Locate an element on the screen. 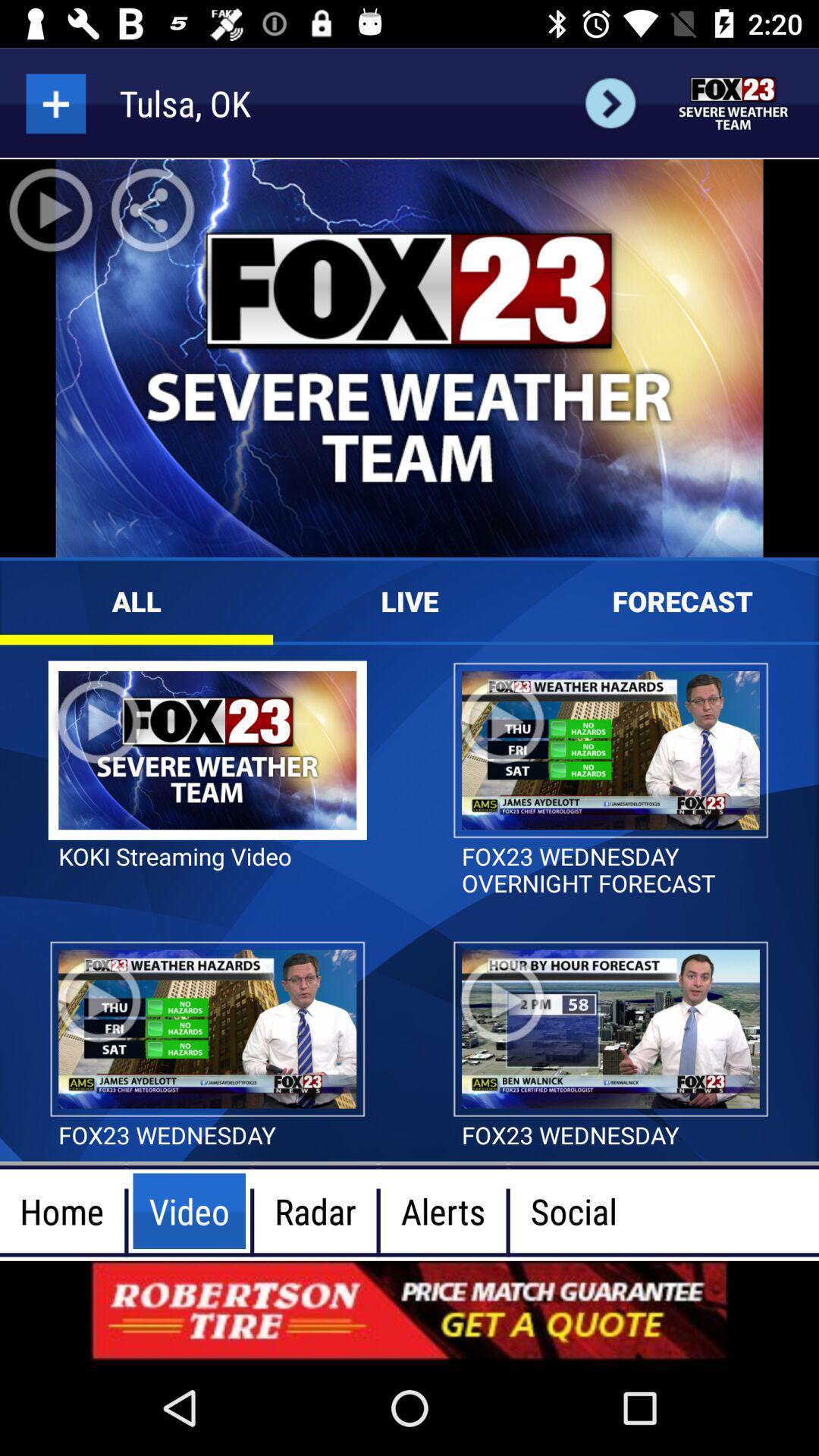 The image size is (819, 1456). app logo is located at coordinates (733, 102).